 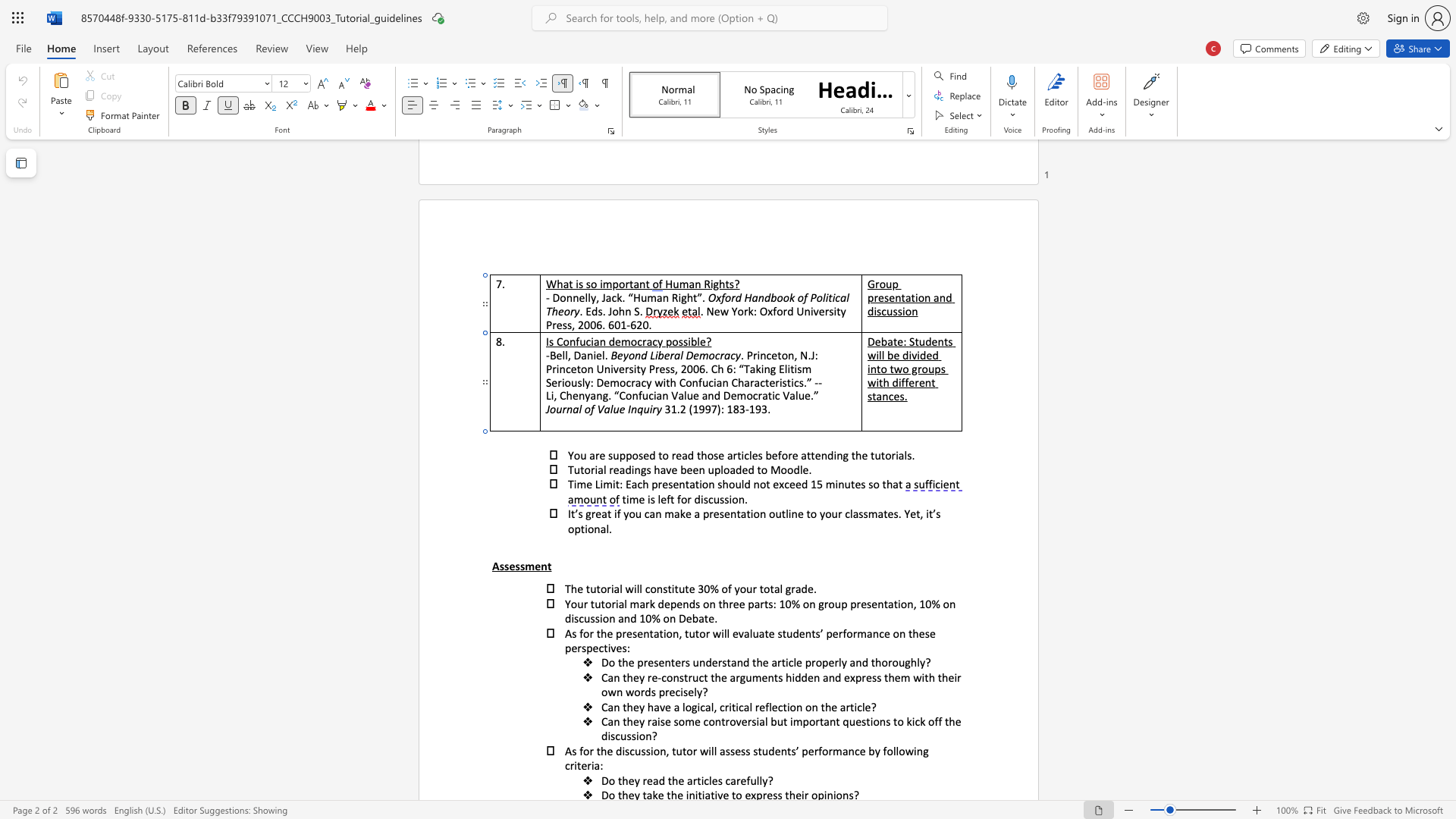 I want to click on the 6th character "r" in the text, so click(x=825, y=603).